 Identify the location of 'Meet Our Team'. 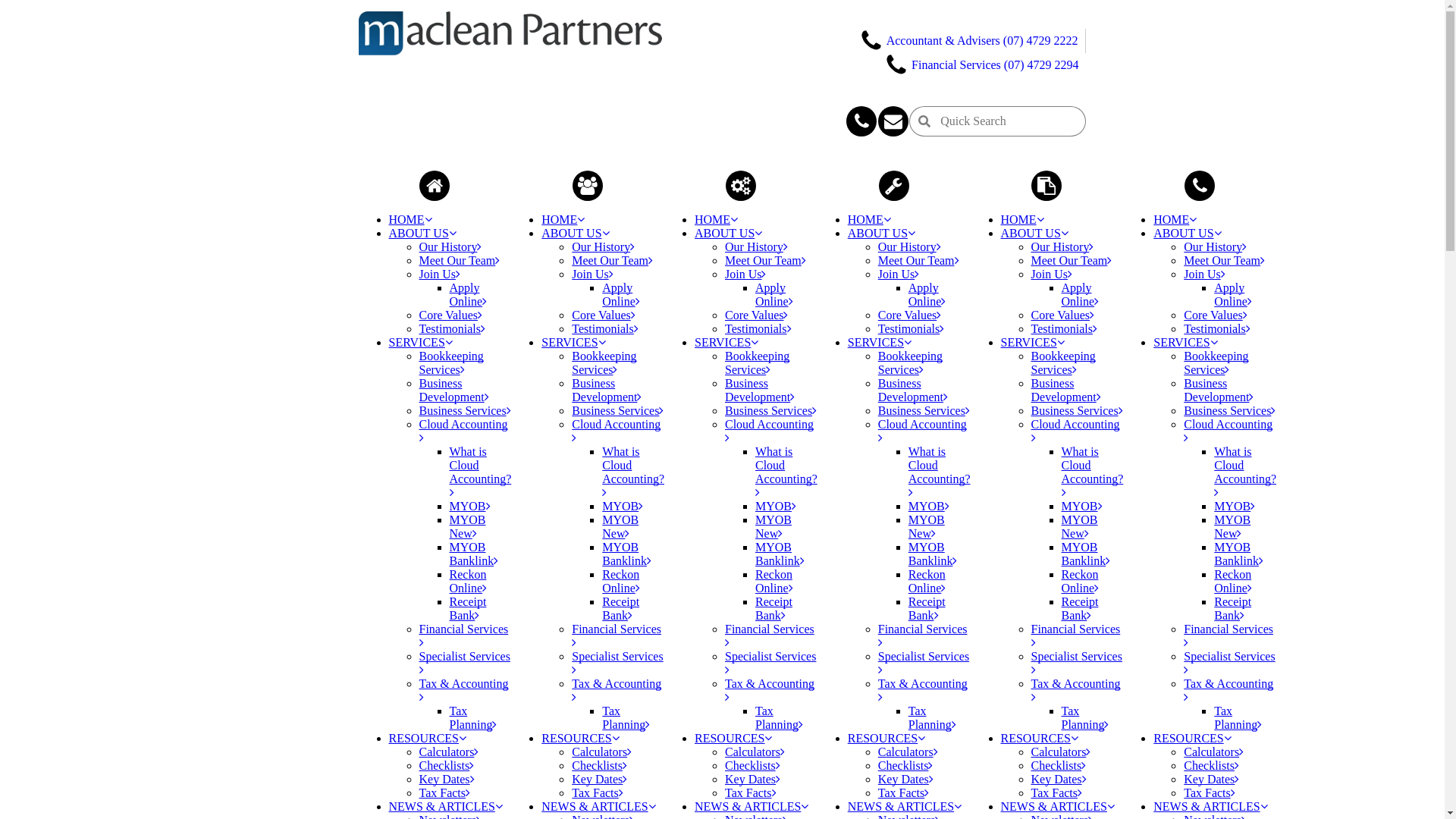
(1224, 259).